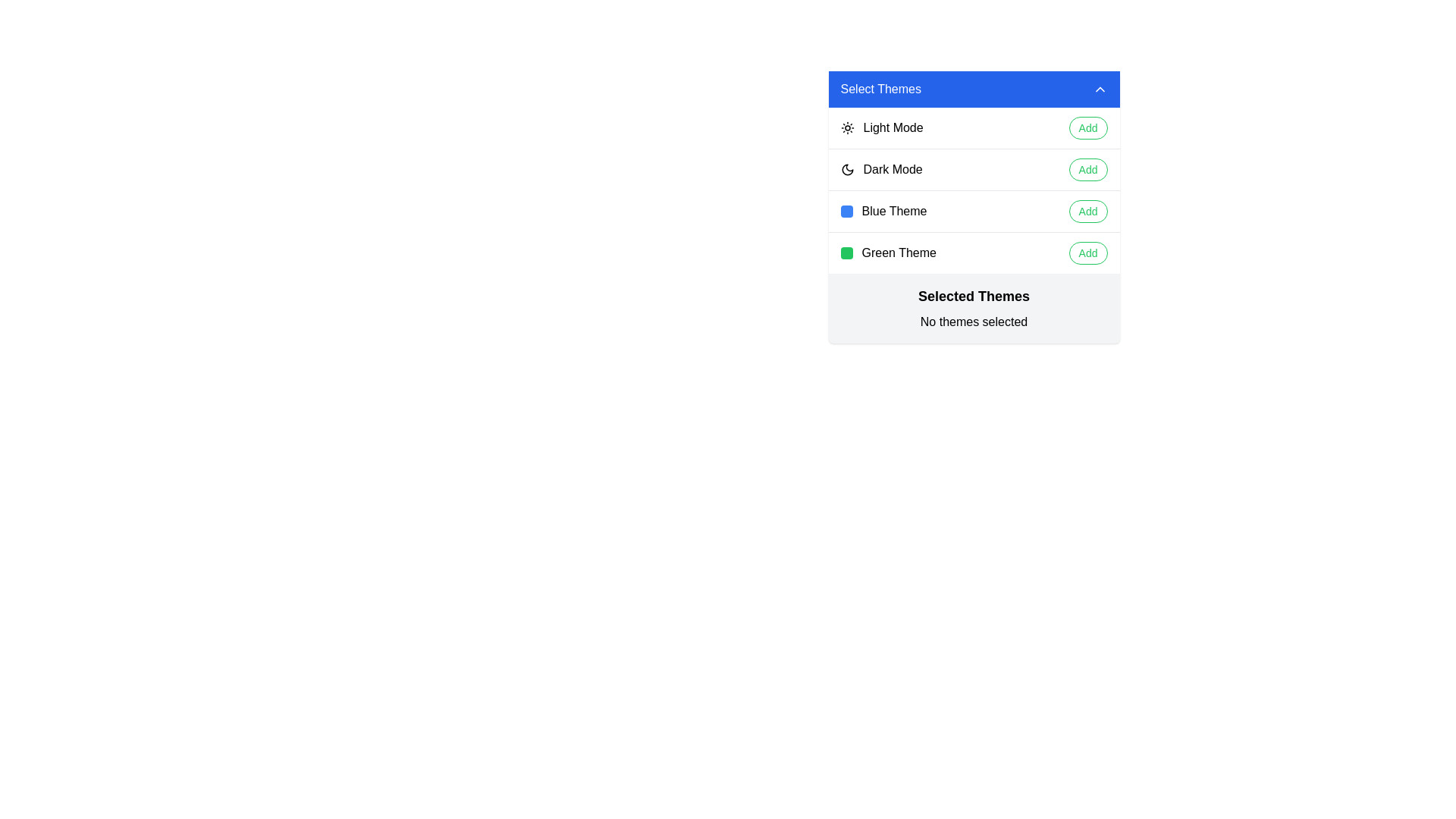 The height and width of the screenshot is (819, 1456). What do you see at coordinates (1087, 253) in the screenshot?
I see `the button that allows users to add the 'Green Theme', located in the rightmost position of the row labeled 'Green Theme'` at bounding box center [1087, 253].